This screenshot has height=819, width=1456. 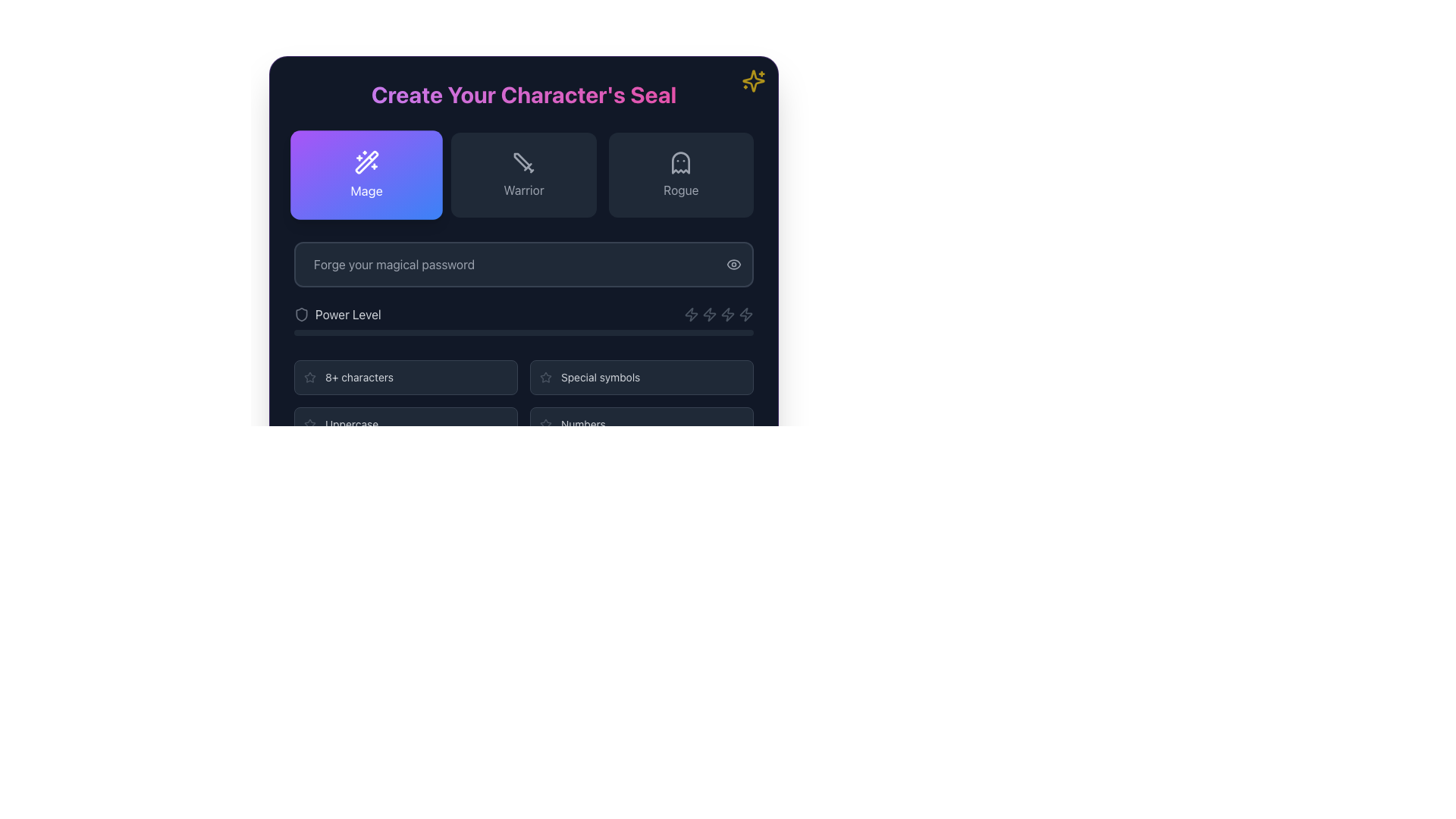 I want to click on the 'Rogue' button, which is a rectangular button with rounded corners, dark gray background, and a ghost icon at the top, so click(x=680, y=174).